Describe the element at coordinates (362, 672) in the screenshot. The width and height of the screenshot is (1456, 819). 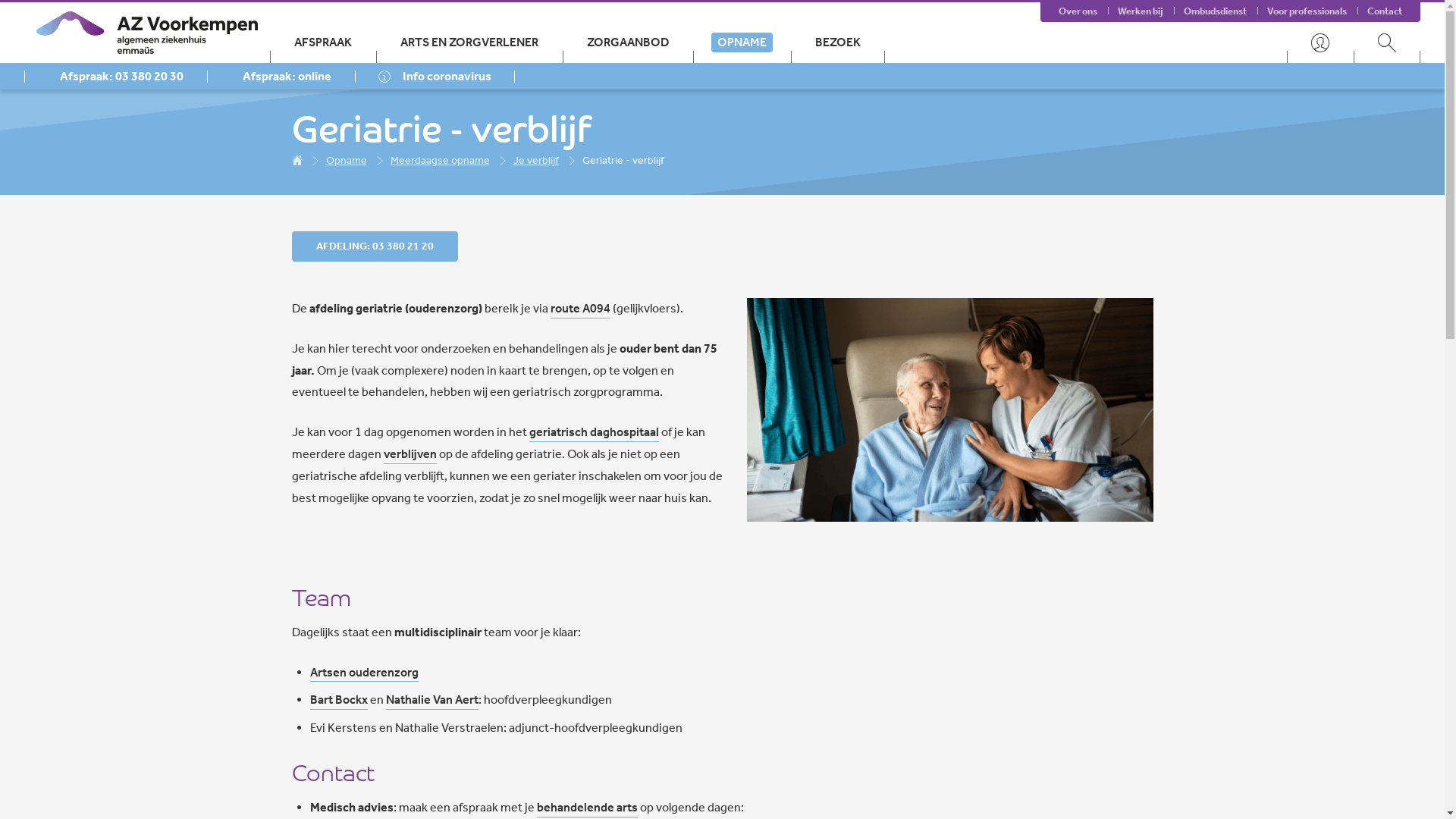
I see `'Artsen ouderenzorg'` at that location.